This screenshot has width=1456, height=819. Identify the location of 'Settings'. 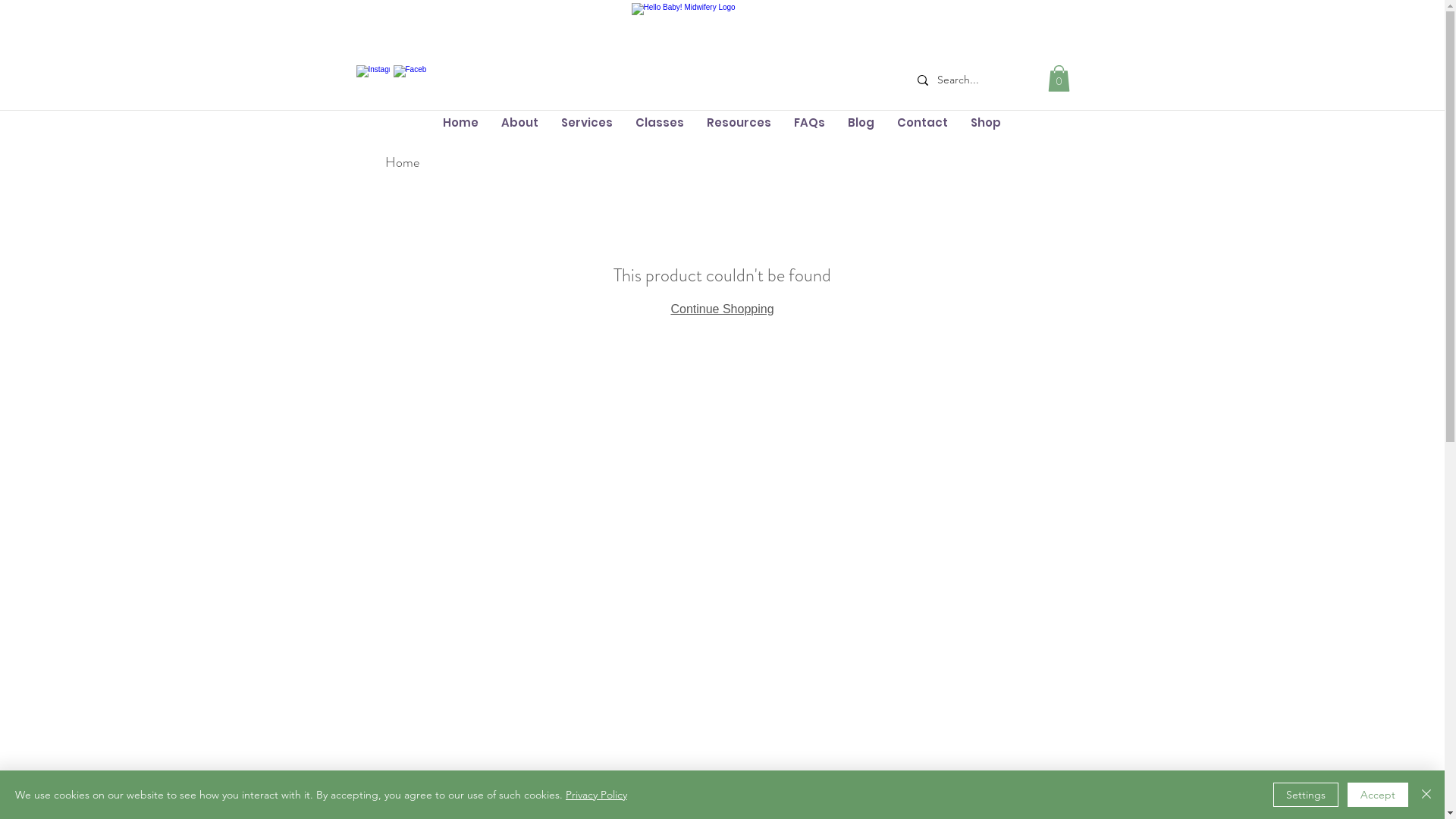
(1305, 794).